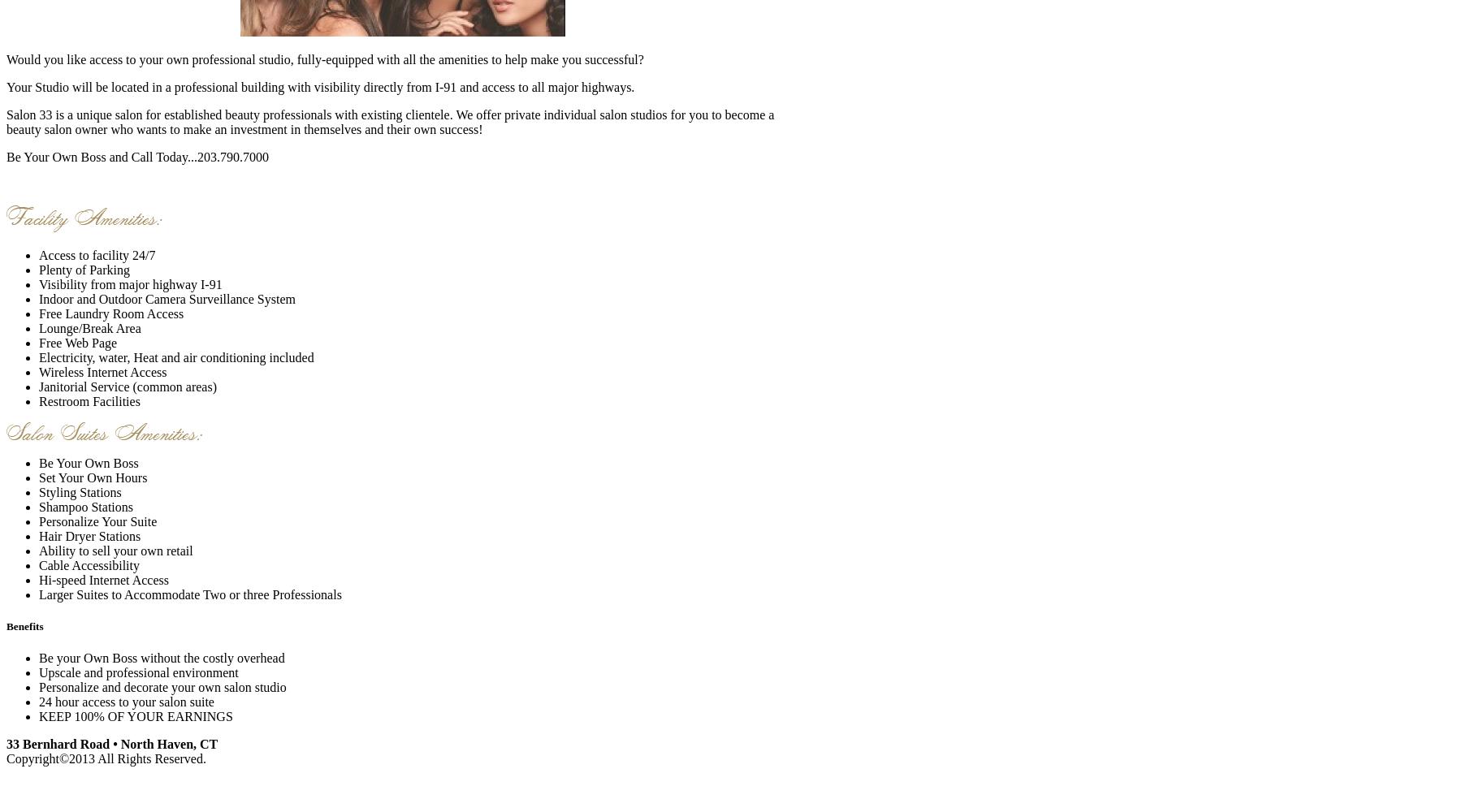 The image size is (1471, 812). Describe the element at coordinates (115, 550) in the screenshot. I see `'Ability to sell your own retail'` at that location.